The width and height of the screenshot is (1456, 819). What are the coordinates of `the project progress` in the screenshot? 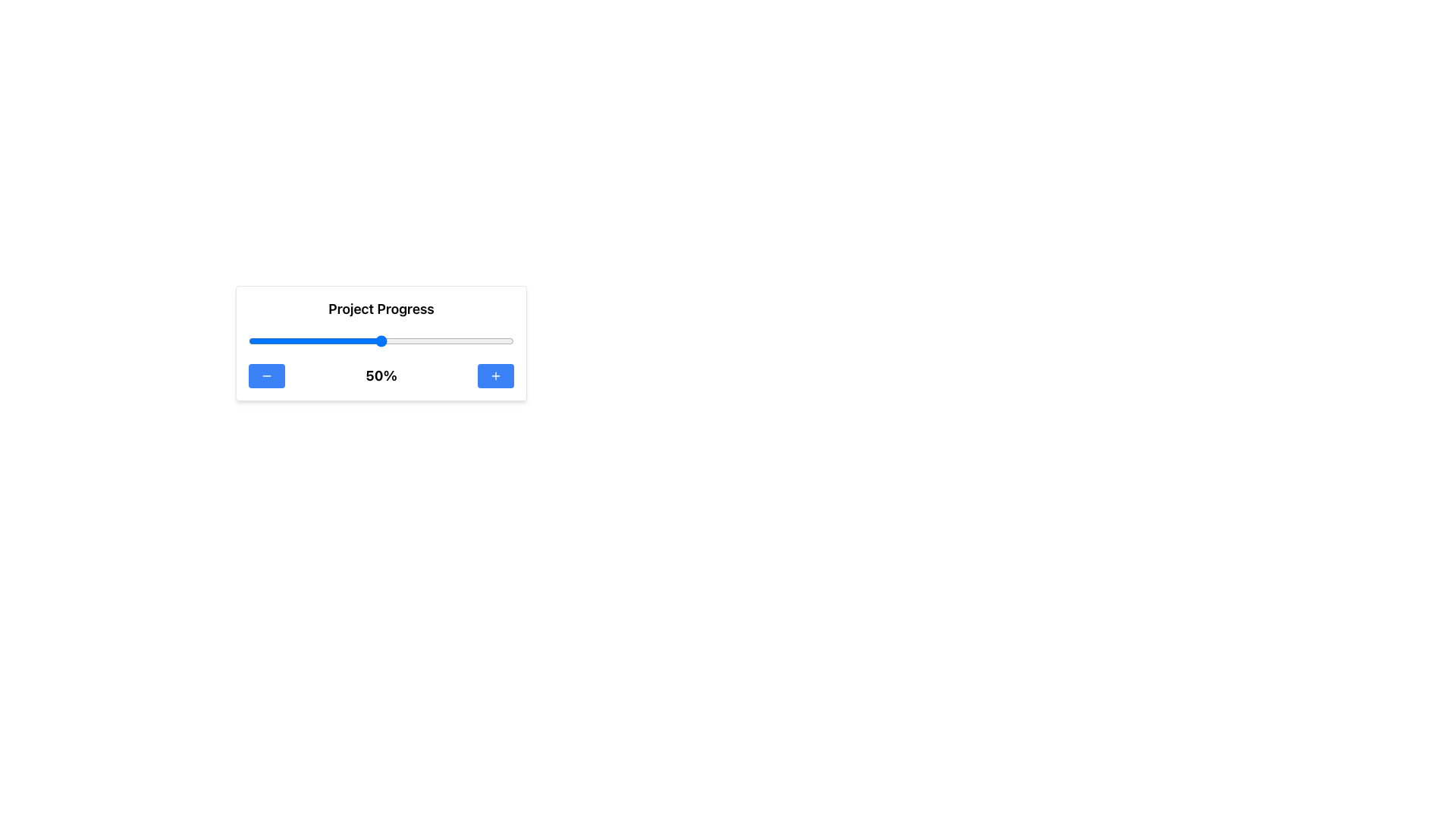 It's located at (373, 341).